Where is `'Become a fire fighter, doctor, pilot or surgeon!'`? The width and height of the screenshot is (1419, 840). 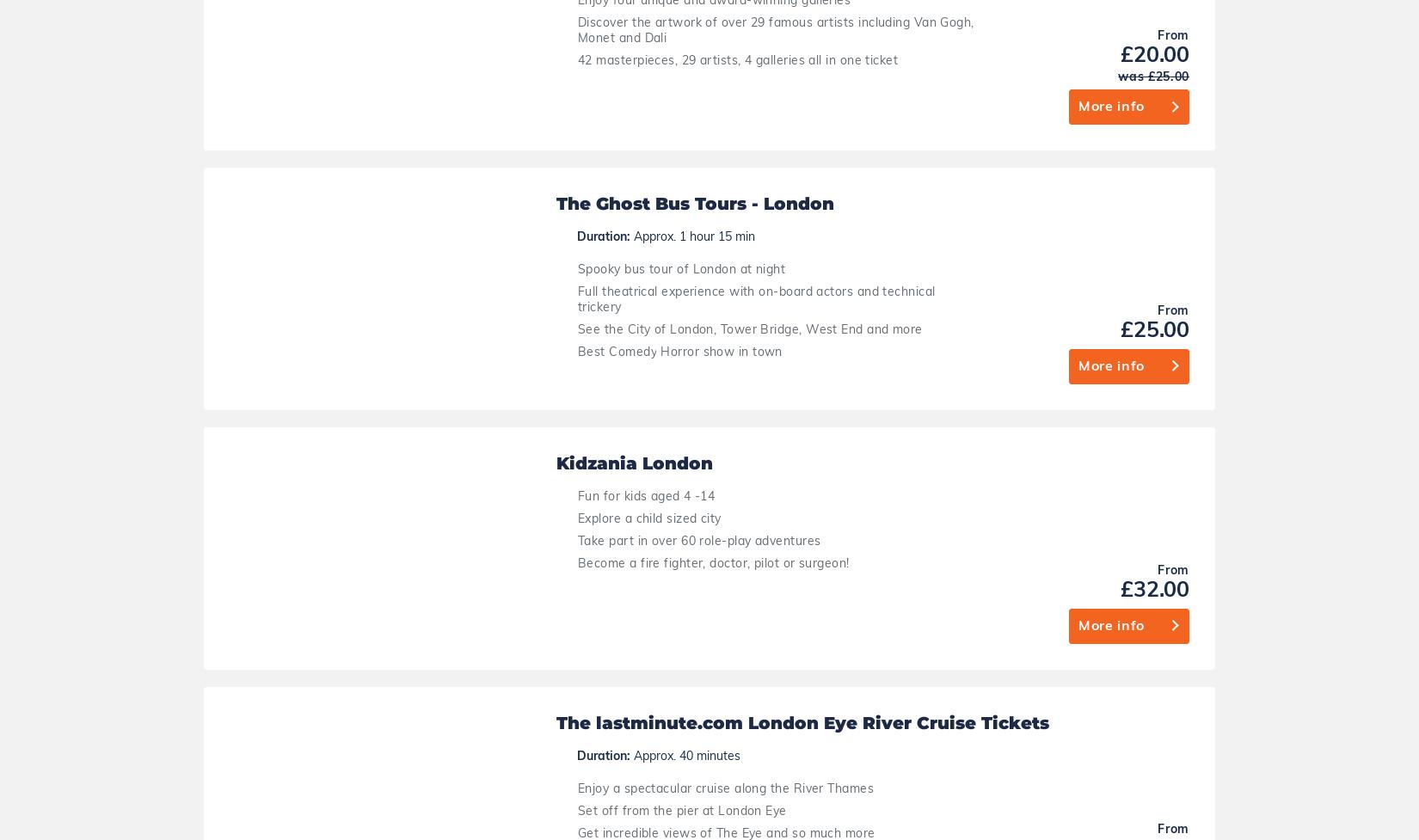
'Become a fire fighter, doctor, pilot or surgeon!' is located at coordinates (658, 121).